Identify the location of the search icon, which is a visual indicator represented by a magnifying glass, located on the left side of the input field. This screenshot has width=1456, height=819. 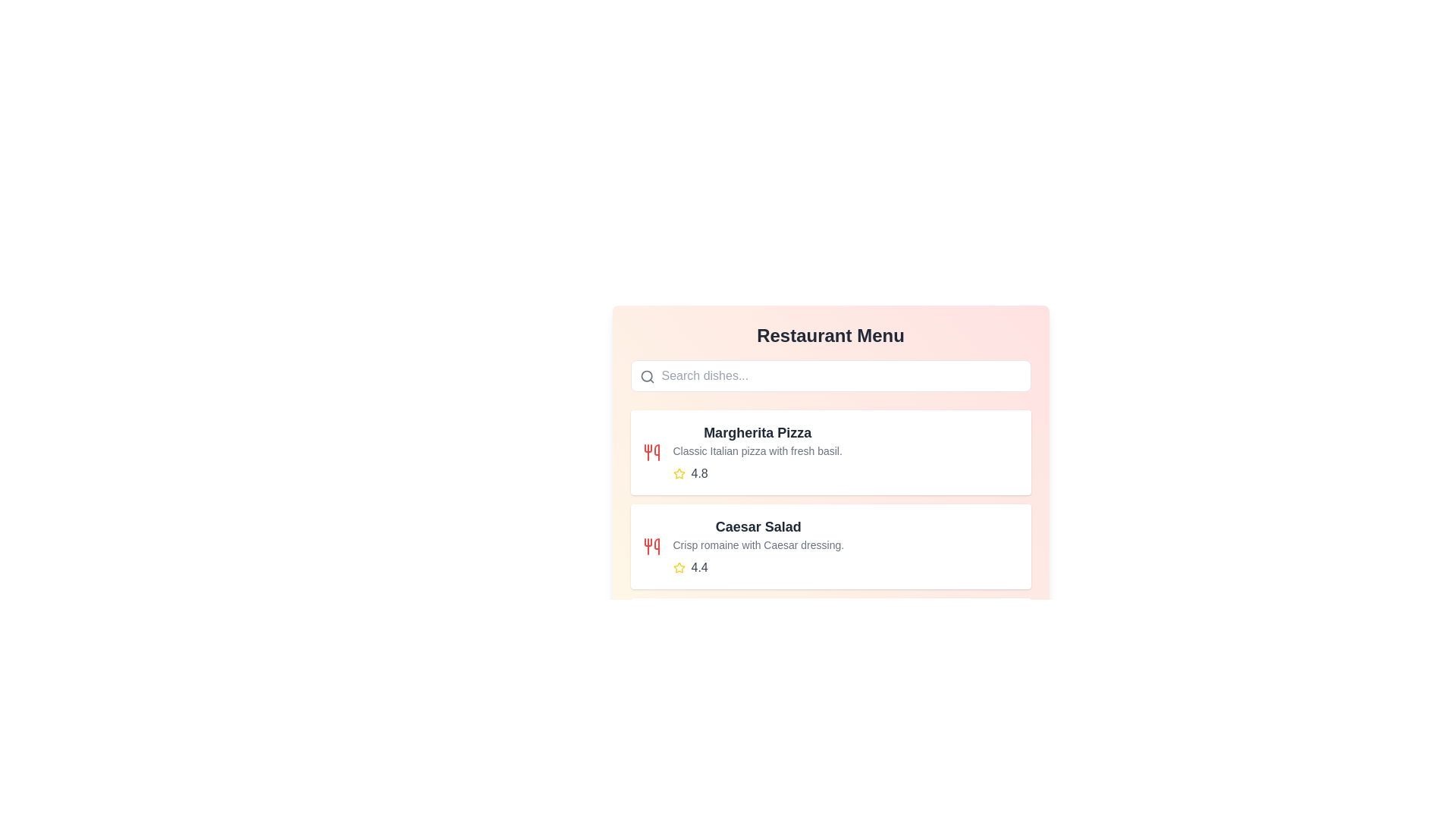
(647, 376).